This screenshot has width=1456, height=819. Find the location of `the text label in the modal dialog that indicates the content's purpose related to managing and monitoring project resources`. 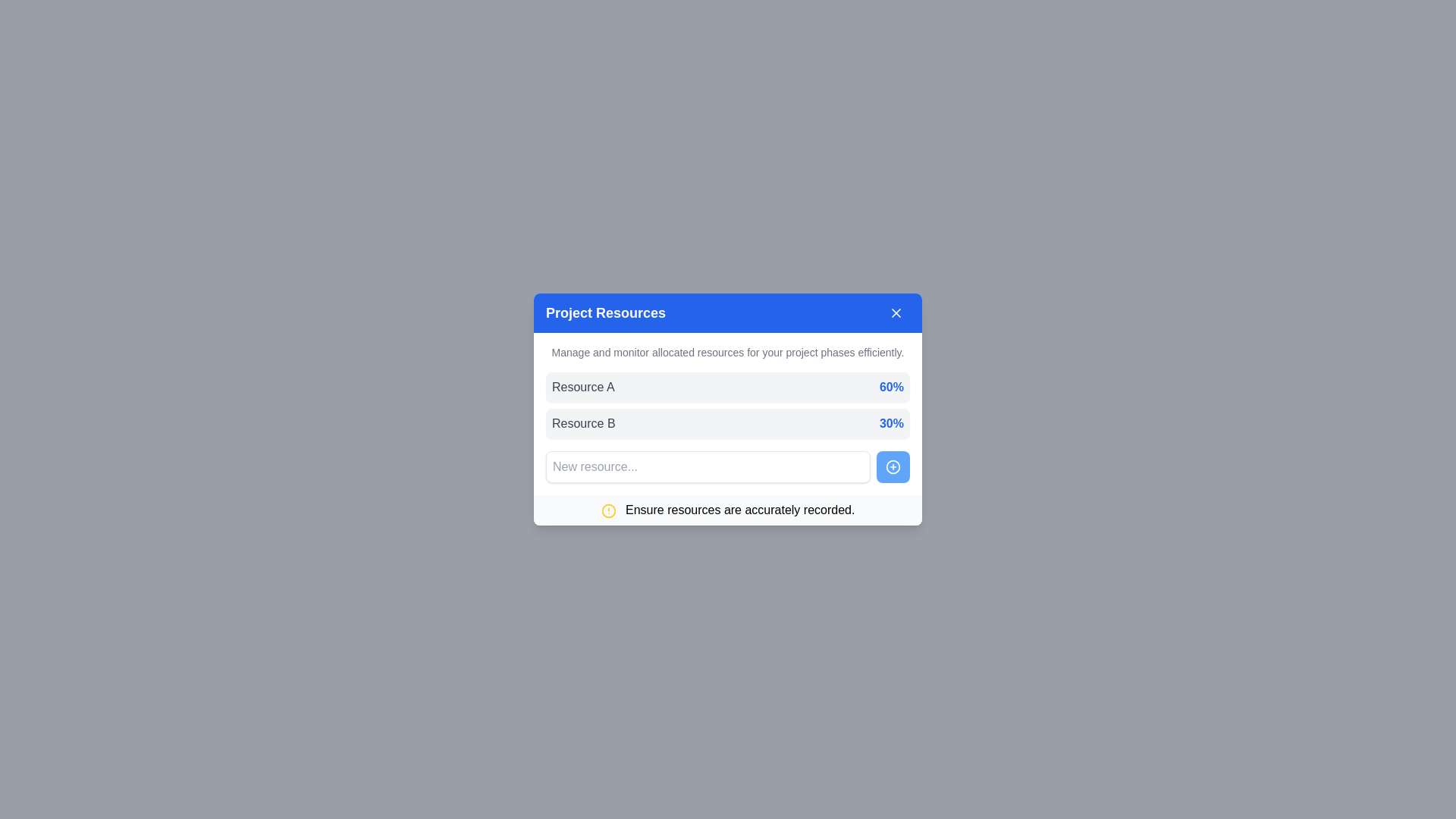

the text label in the modal dialog that indicates the content's purpose related to managing and monitoring project resources is located at coordinates (605, 312).